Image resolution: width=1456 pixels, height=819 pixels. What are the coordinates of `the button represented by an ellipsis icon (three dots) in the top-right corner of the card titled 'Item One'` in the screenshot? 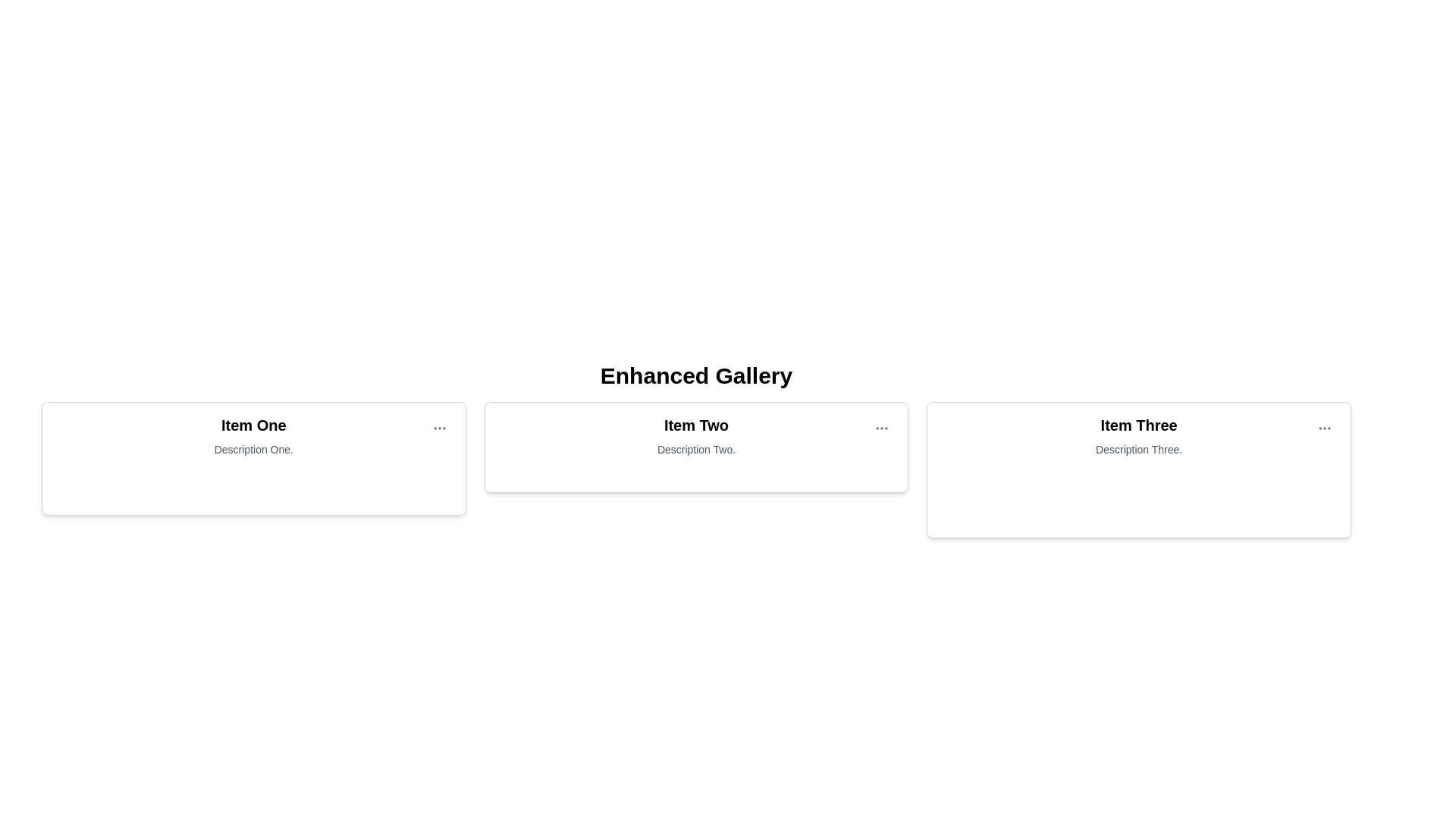 It's located at (438, 428).